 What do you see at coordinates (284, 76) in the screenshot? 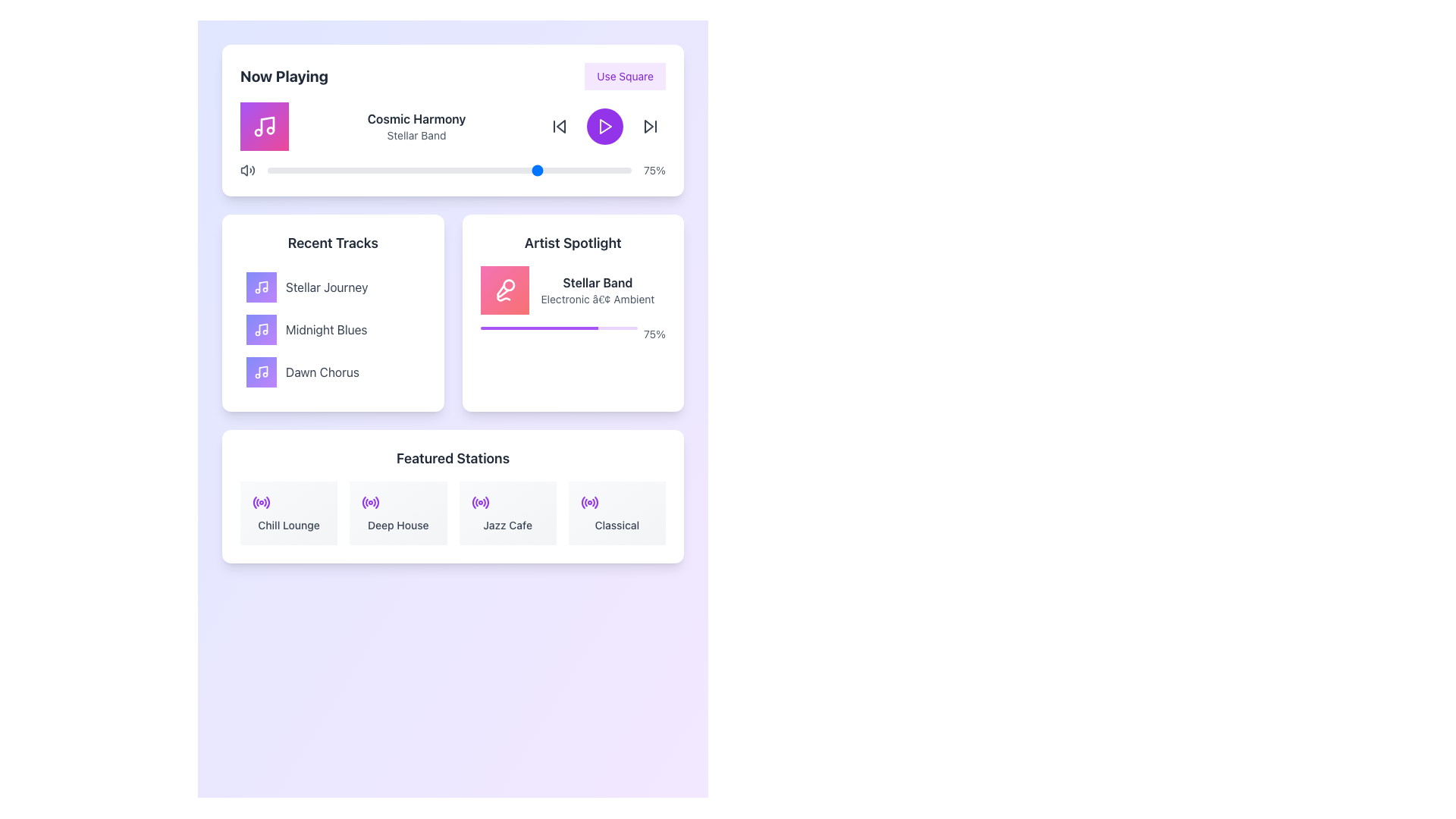
I see `the 'Now Playing' header element located in the top center-left region of the interface, which indicates the current context of the section` at bounding box center [284, 76].